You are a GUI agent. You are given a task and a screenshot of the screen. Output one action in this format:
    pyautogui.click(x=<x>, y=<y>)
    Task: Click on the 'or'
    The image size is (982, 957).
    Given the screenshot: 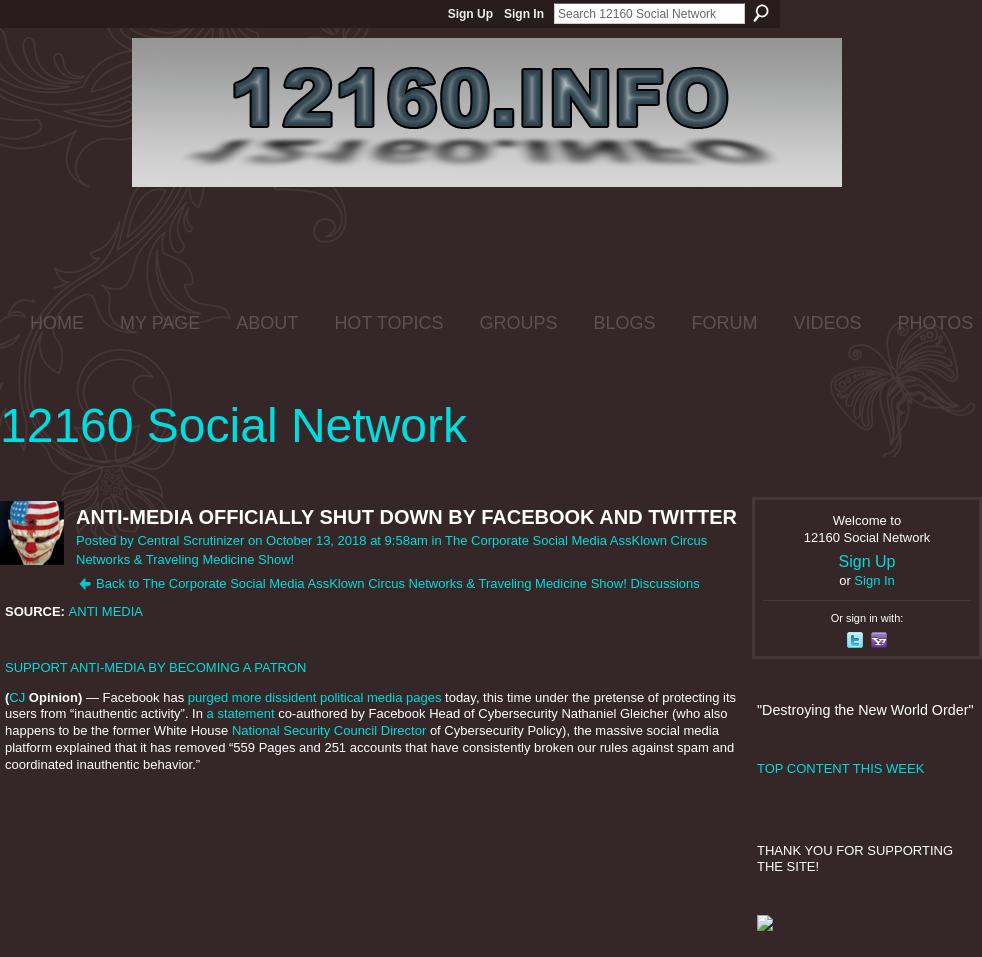 What is the action you would take?
    pyautogui.click(x=846, y=578)
    